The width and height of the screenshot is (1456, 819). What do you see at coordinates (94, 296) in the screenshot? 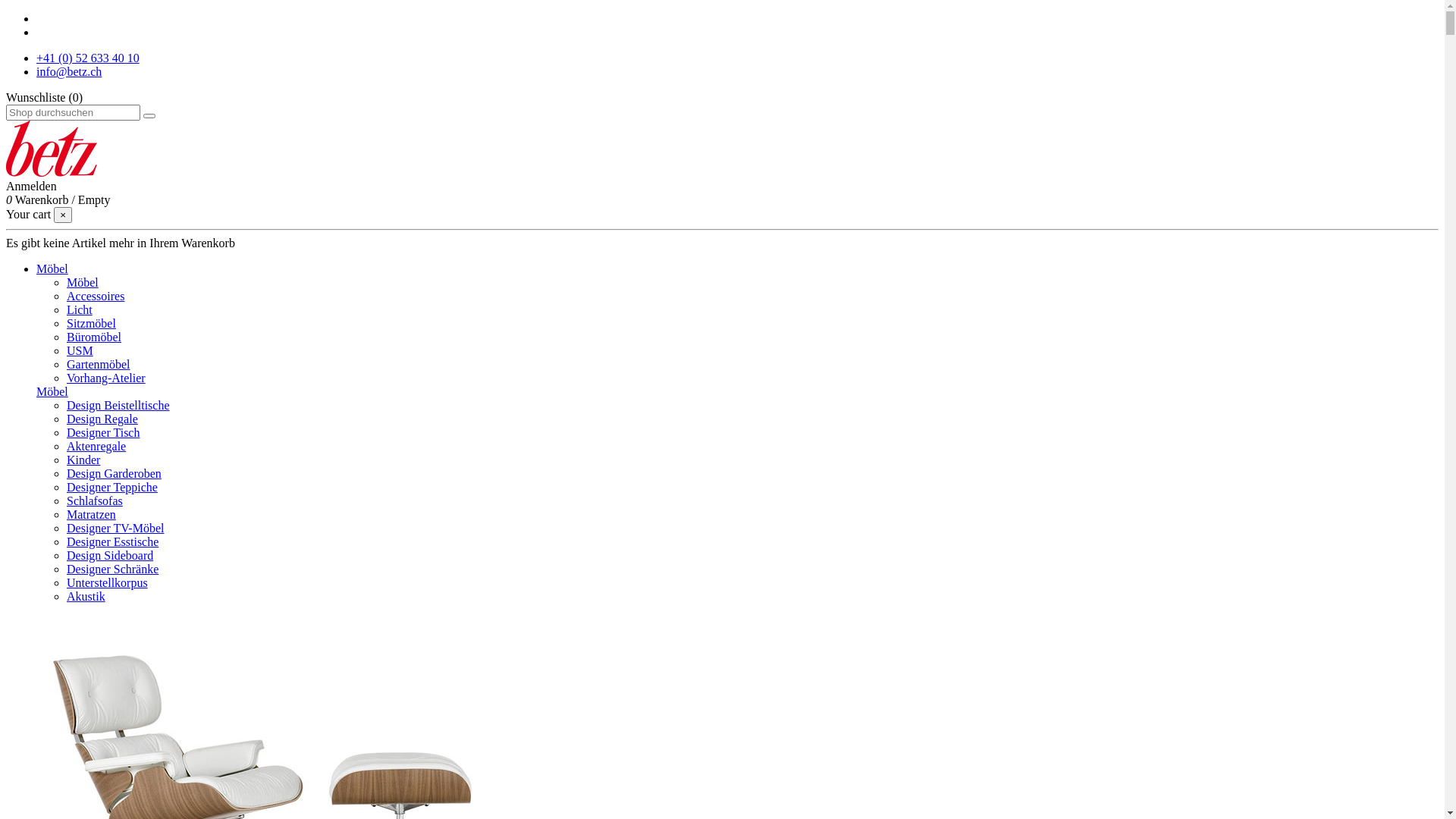
I see `'Accessoires'` at bounding box center [94, 296].